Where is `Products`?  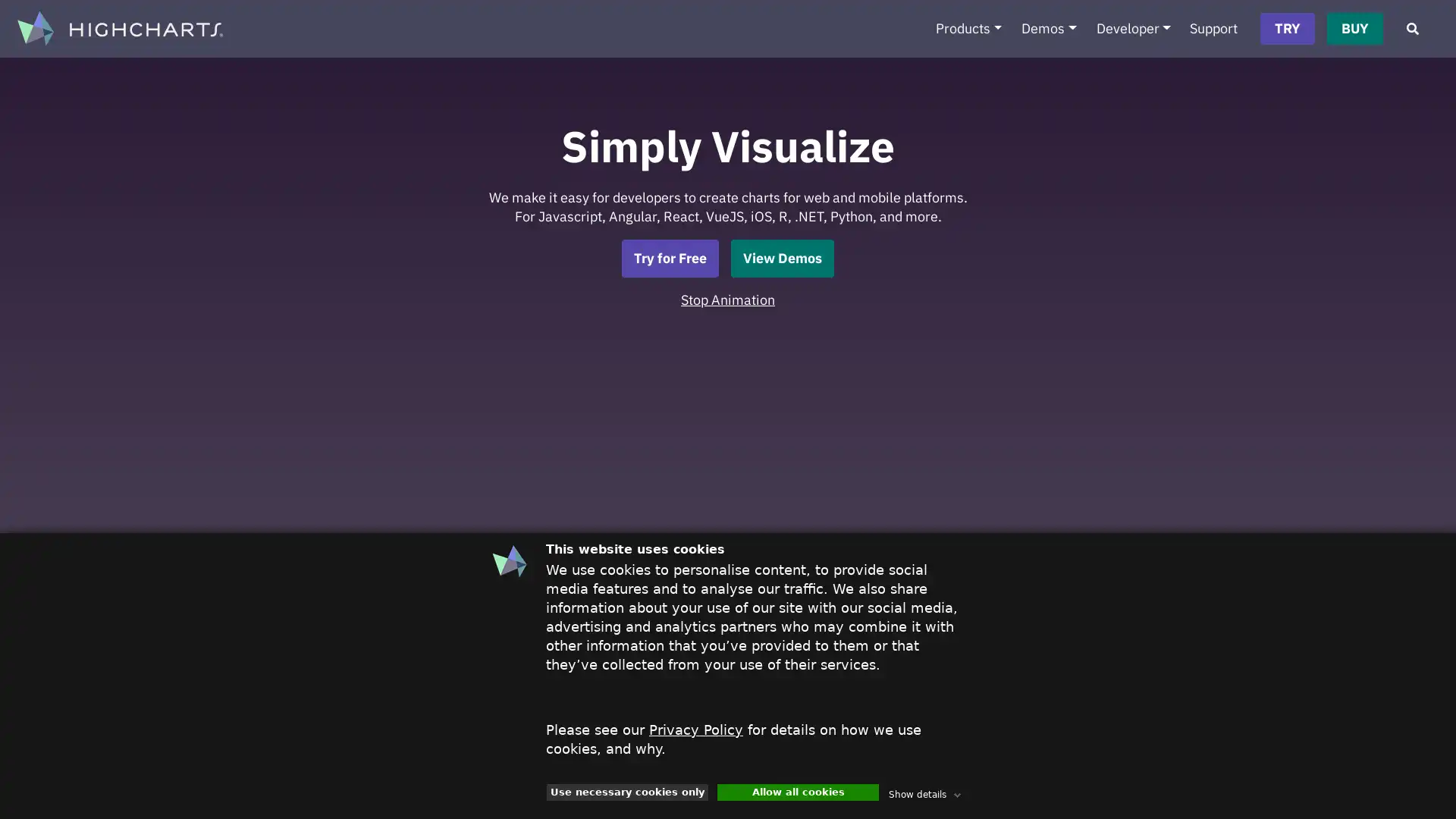 Products is located at coordinates (967, 29).